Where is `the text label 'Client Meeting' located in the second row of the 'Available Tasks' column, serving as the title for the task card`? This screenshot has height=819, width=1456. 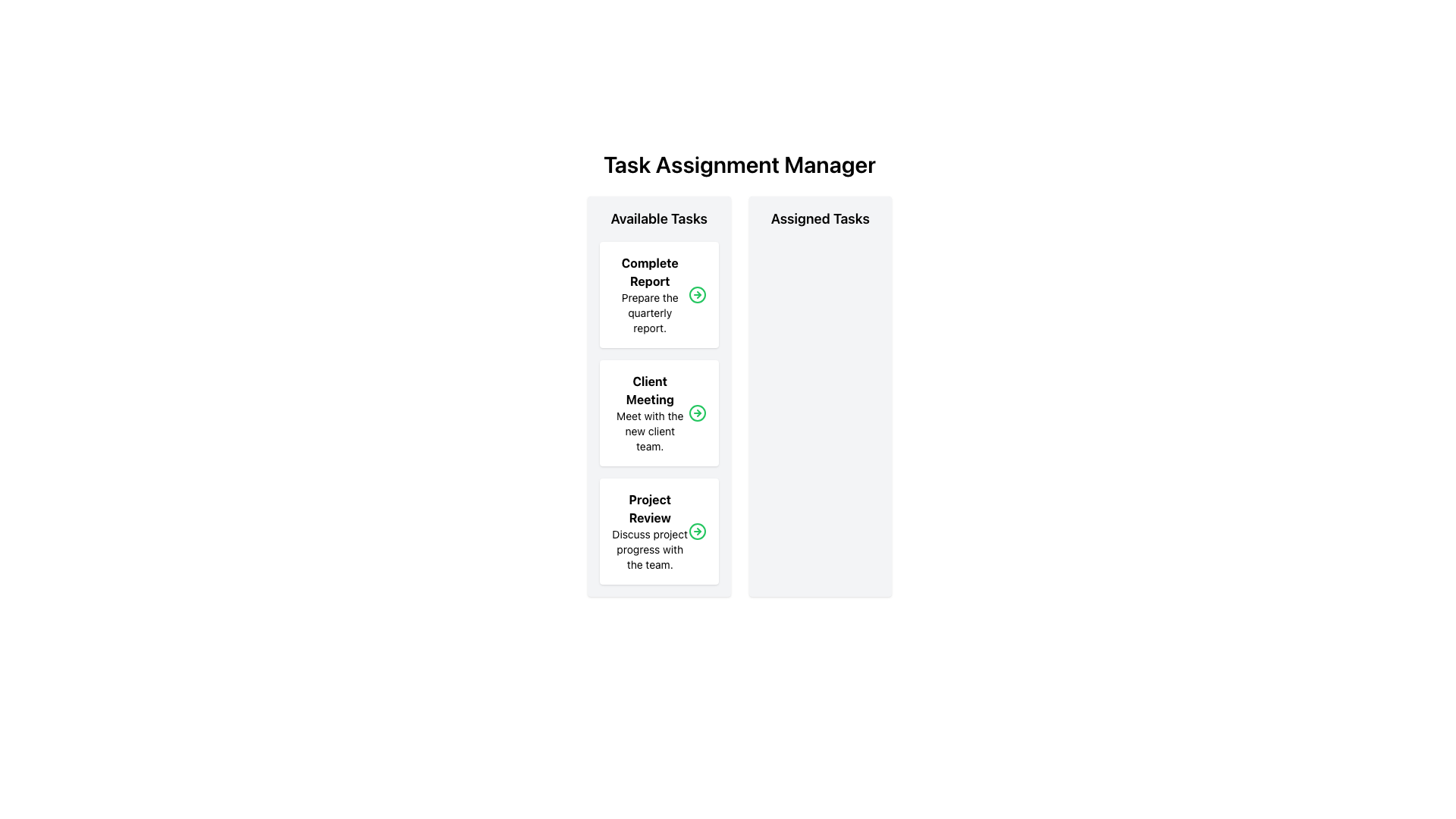 the text label 'Client Meeting' located in the second row of the 'Available Tasks' column, serving as the title for the task card is located at coordinates (650, 390).